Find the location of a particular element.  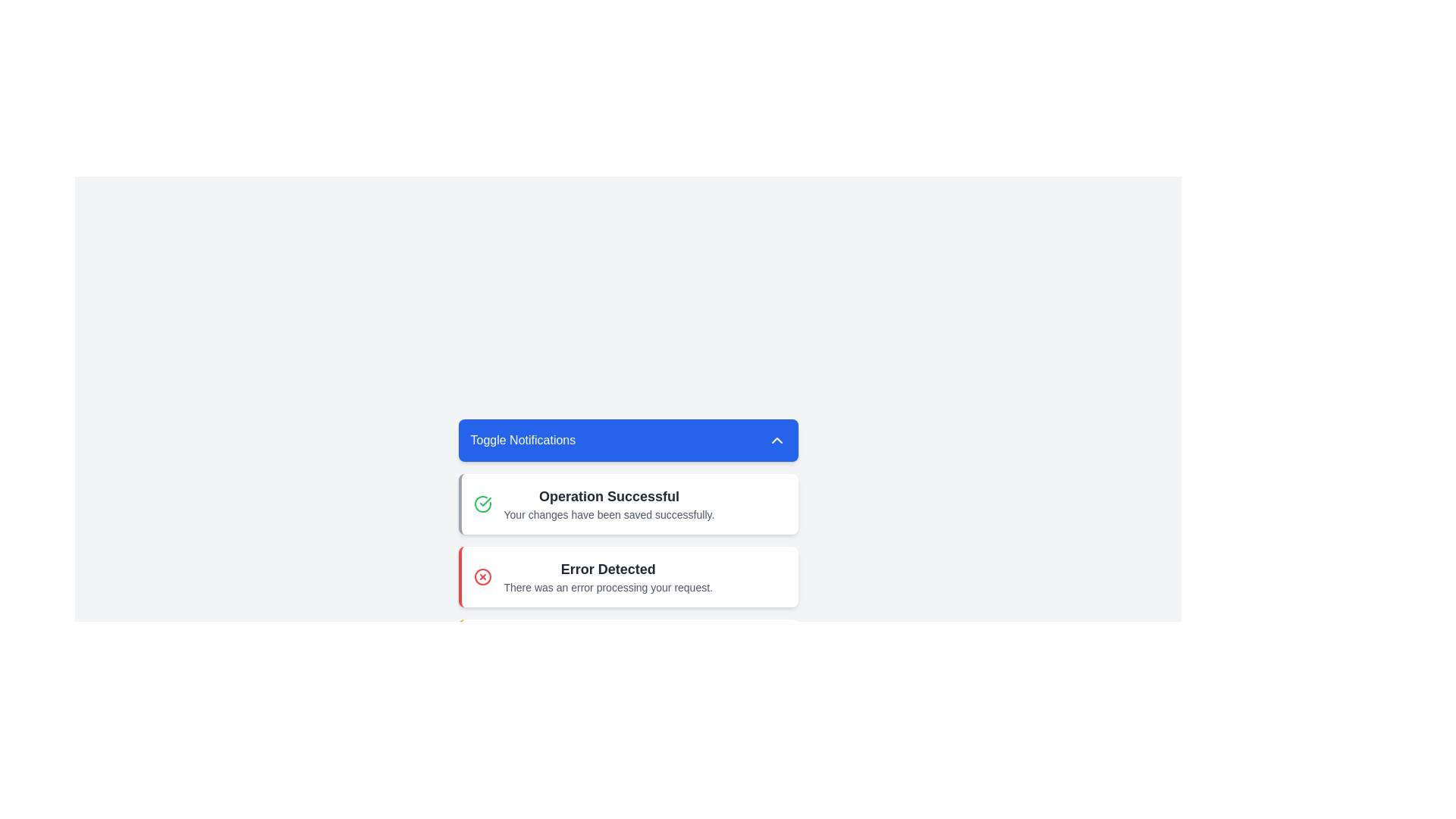

the chevron-up icon in the 'Toggle Notifications' section is located at coordinates (777, 441).